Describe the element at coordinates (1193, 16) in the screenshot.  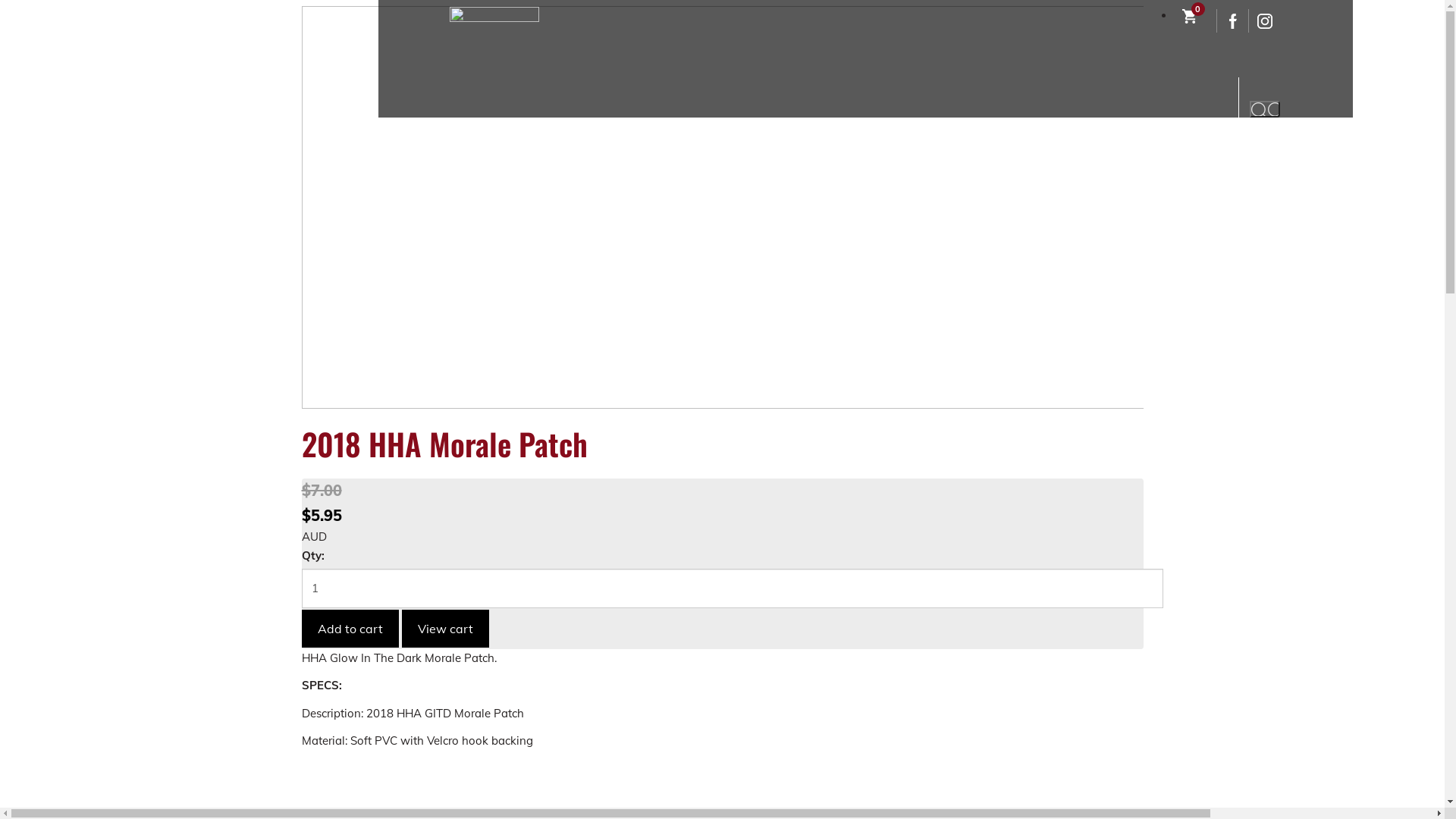
I see `'0'` at that location.